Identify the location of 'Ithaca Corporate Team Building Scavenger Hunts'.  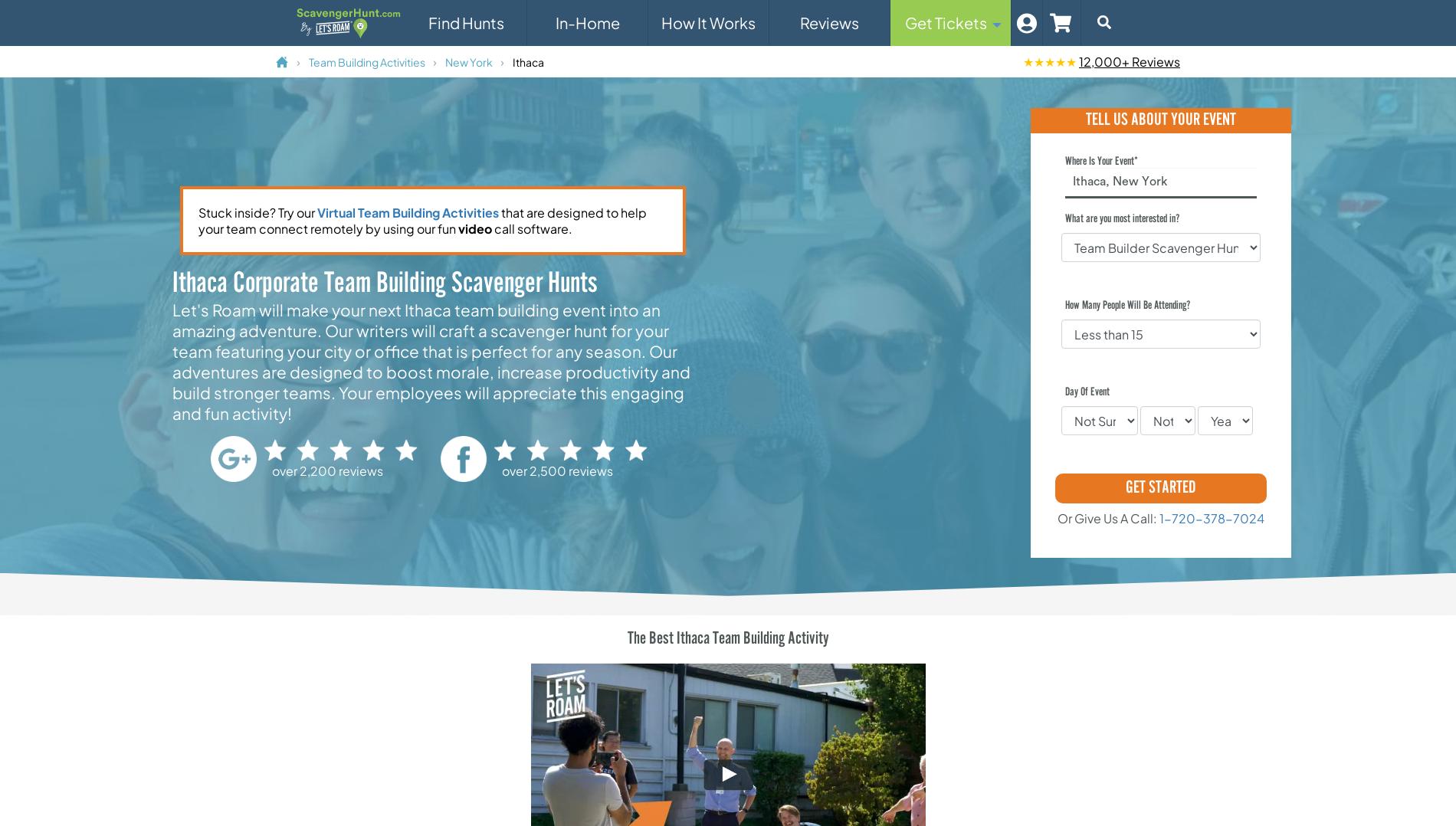
(385, 284).